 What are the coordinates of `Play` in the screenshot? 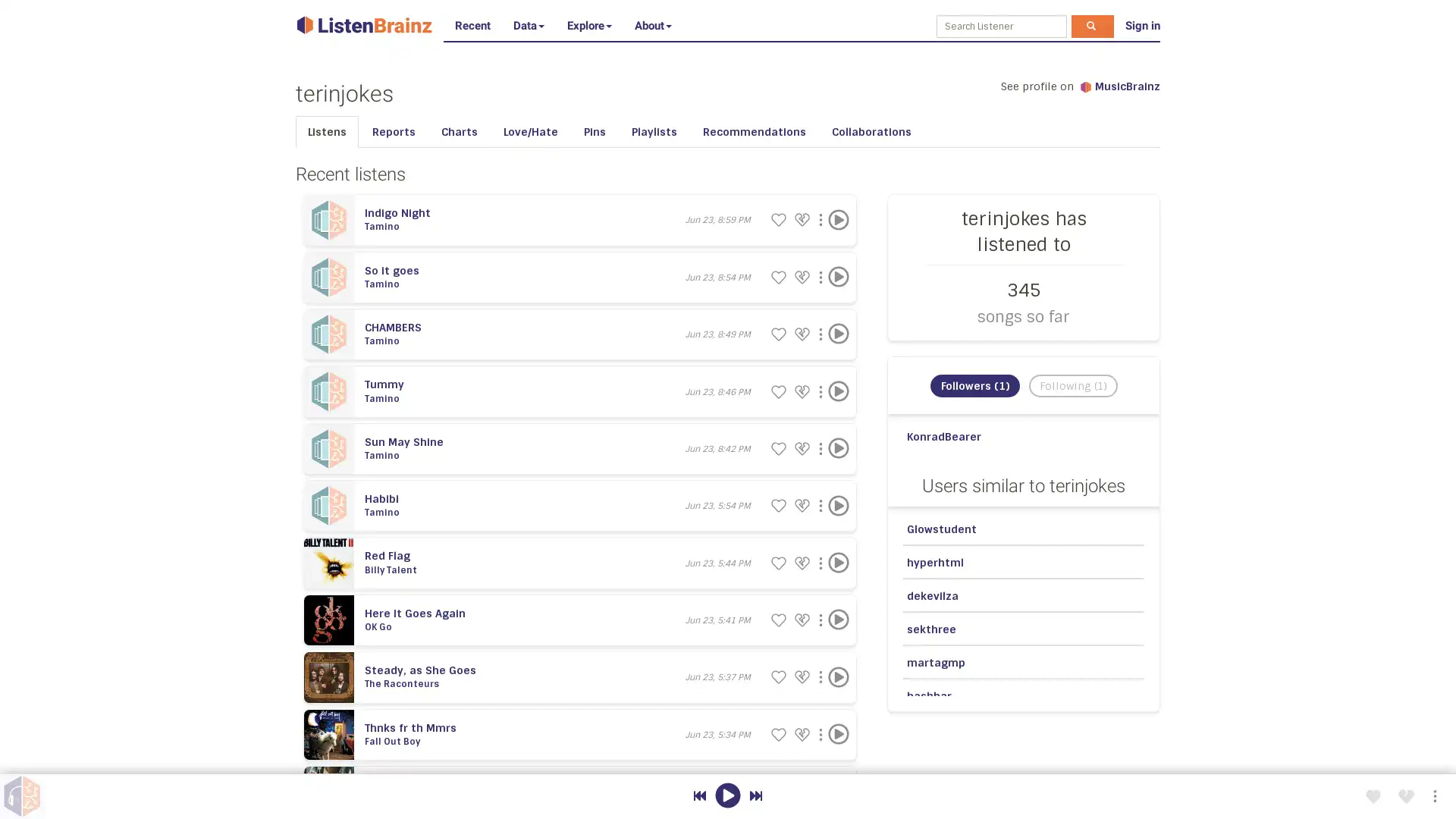 It's located at (837, 562).